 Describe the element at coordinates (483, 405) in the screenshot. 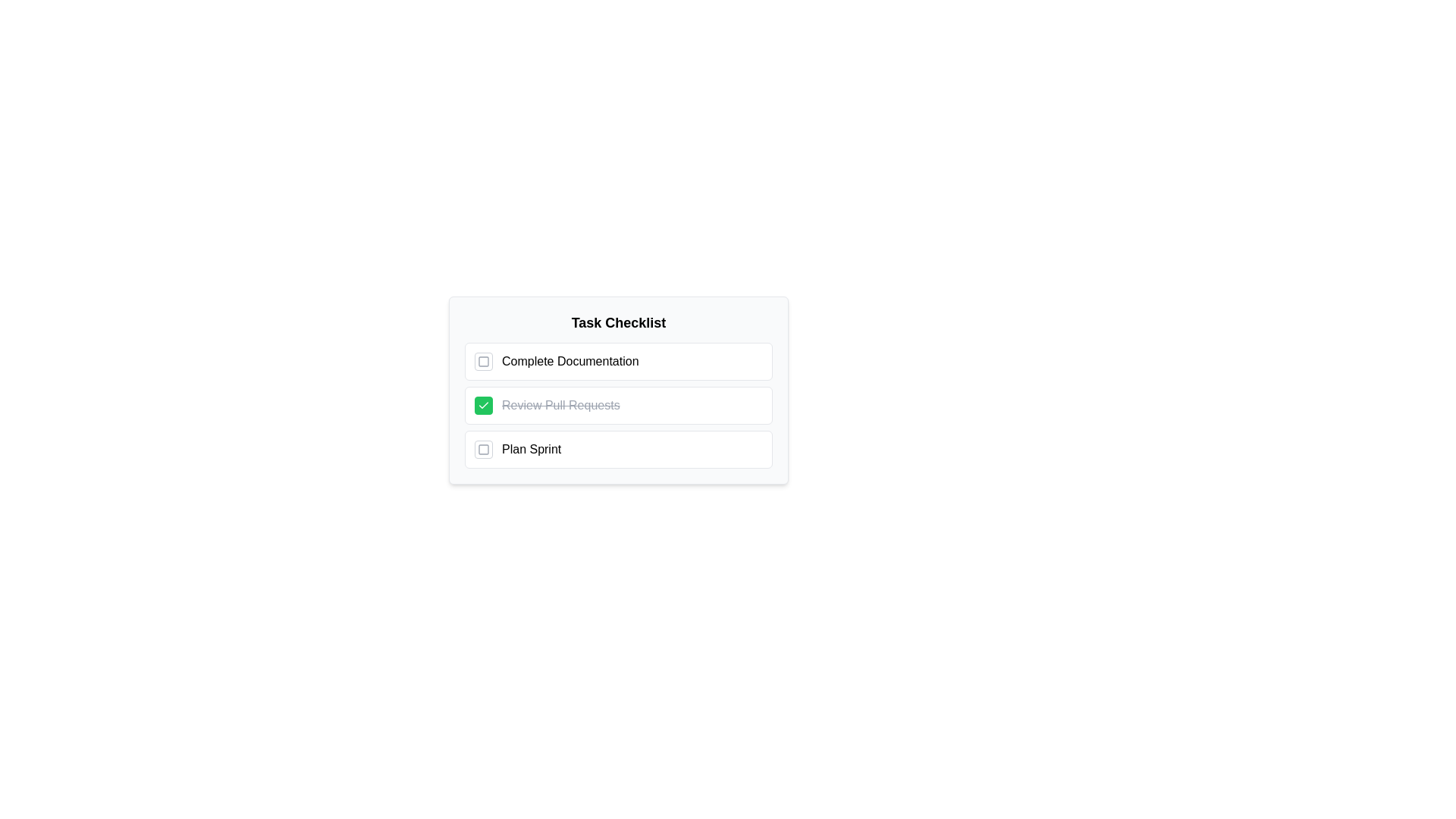

I see `the square green button with a white checkmark icon, located next to the 'Review Pull Requests' text, to trigger hints or animations` at that location.